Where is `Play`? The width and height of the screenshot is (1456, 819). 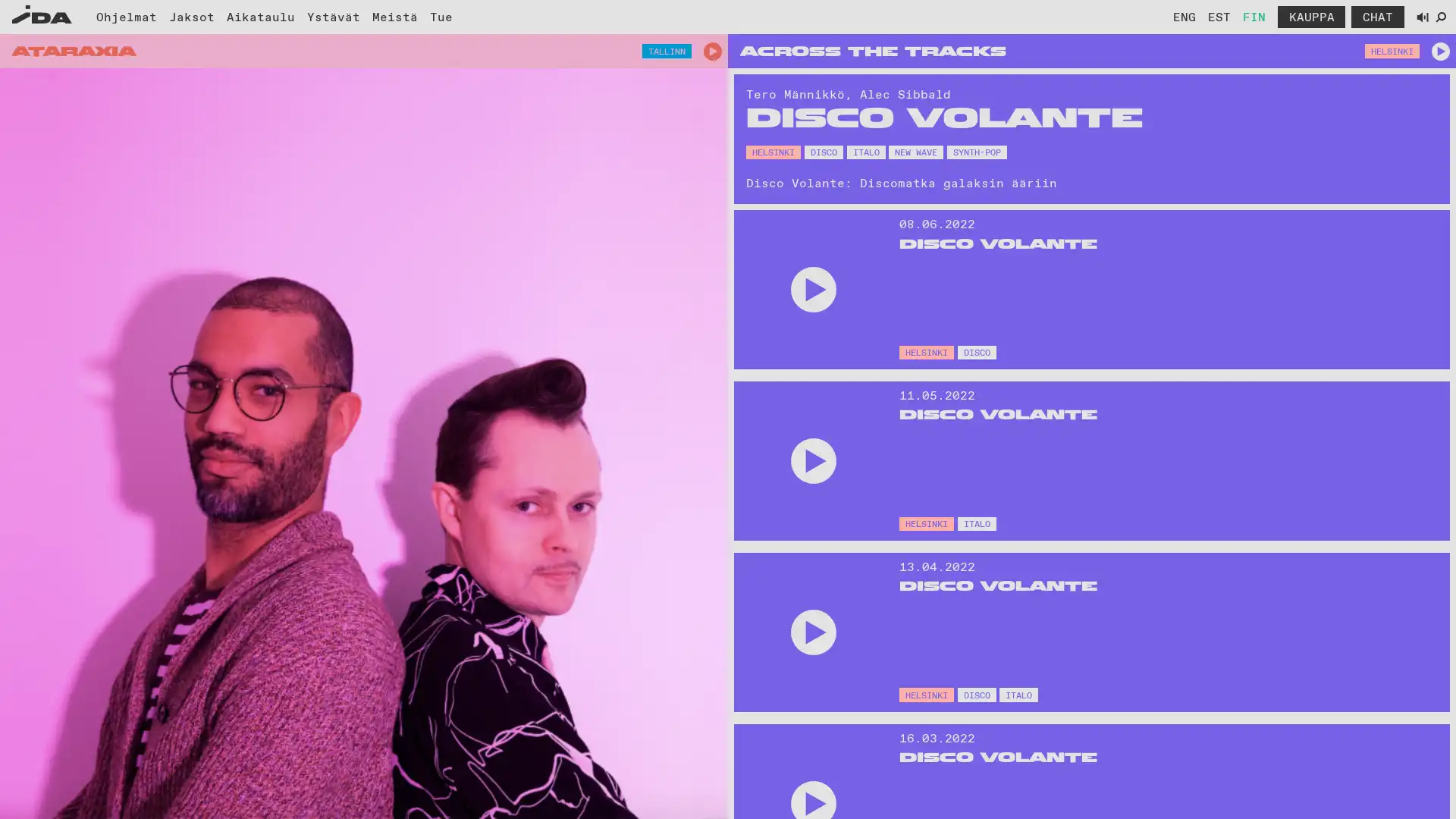
Play is located at coordinates (1440, 49).